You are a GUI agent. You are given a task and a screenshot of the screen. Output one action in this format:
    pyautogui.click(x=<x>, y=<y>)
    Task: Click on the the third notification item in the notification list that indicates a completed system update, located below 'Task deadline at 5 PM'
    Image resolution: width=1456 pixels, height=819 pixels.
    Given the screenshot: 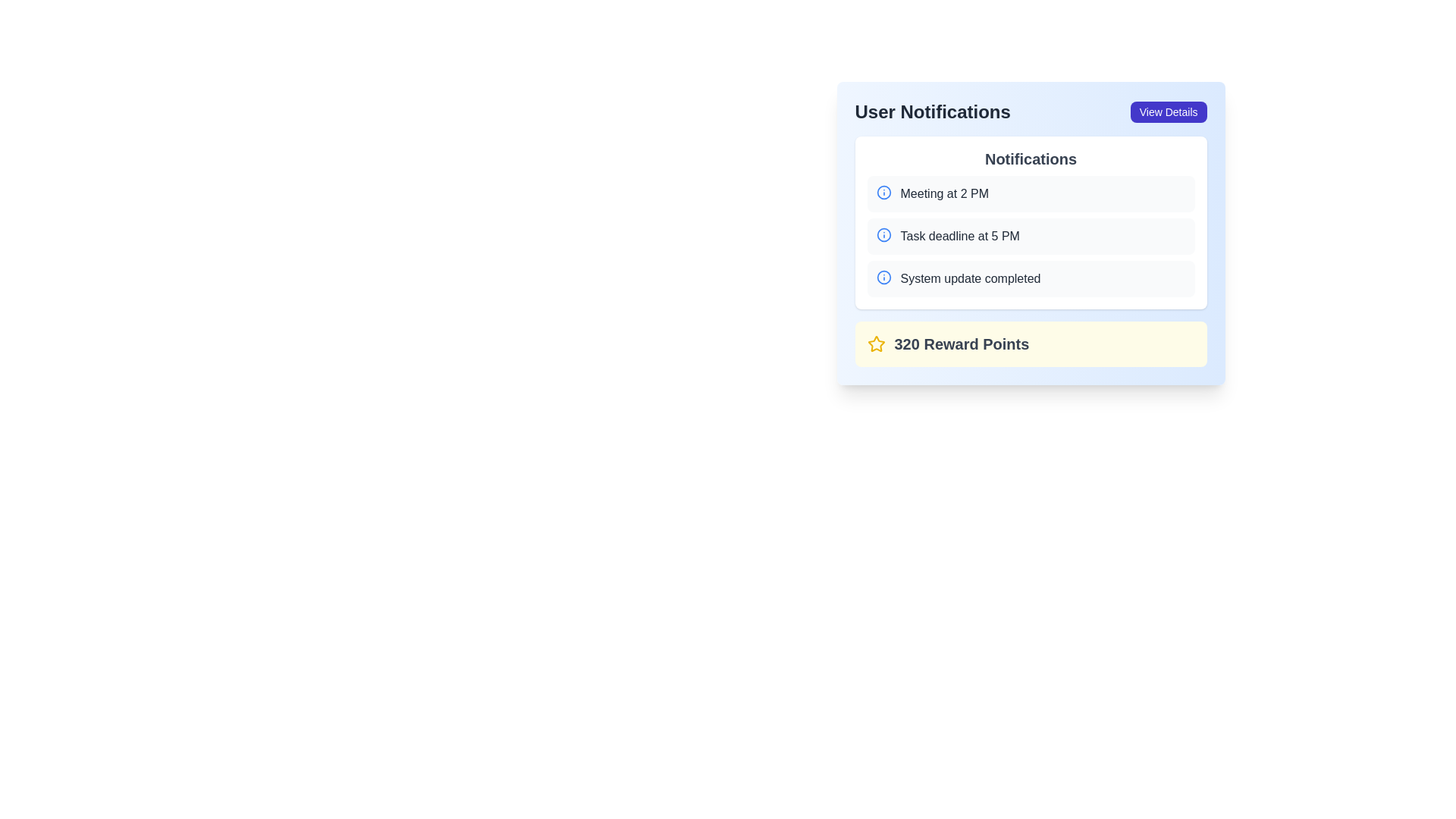 What is the action you would take?
    pyautogui.click(x=1031, y=278)
    